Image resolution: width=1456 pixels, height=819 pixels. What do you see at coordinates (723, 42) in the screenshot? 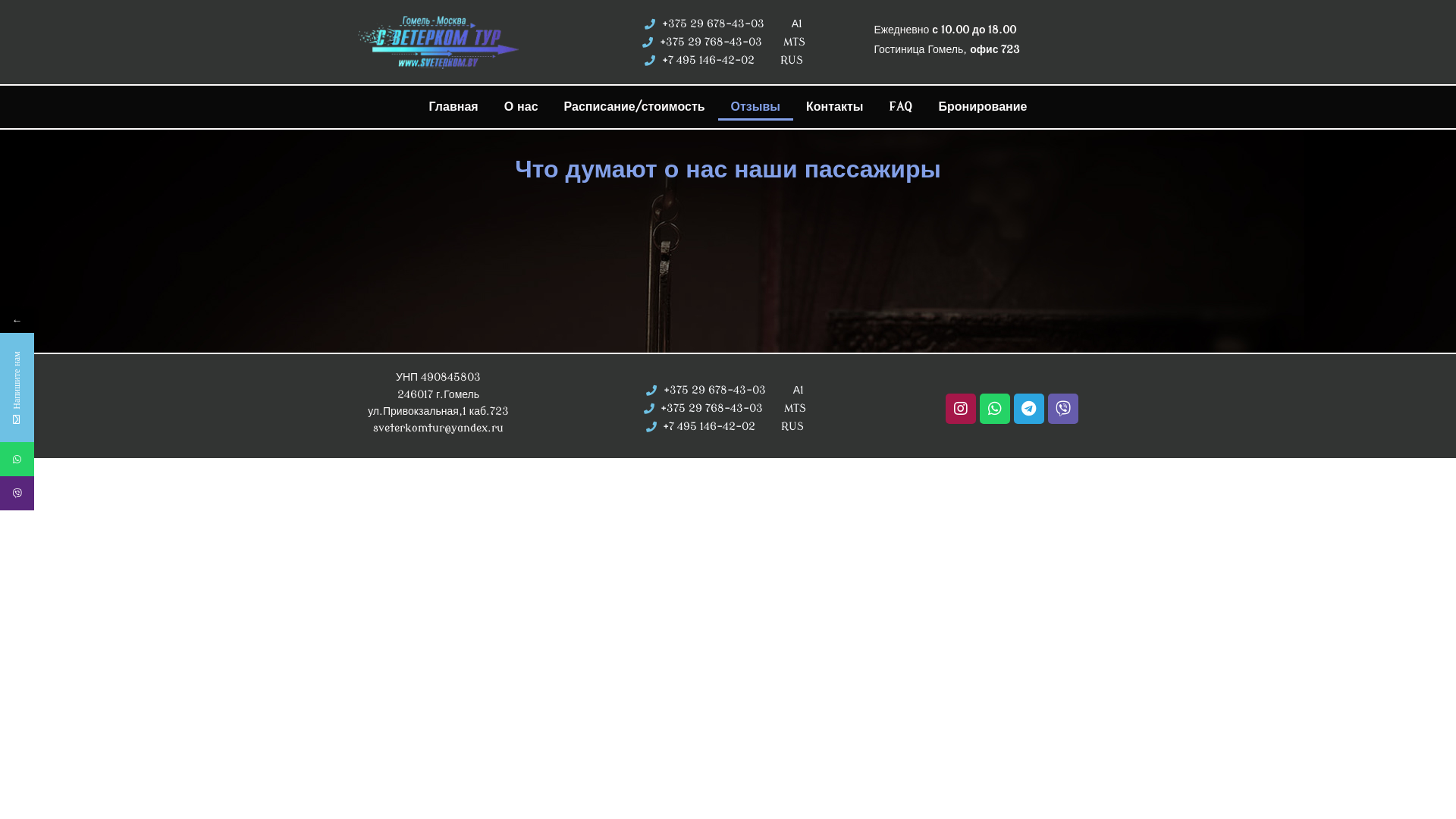
I see `'+375 29 768-43-03   MTS'` at bounding box center [723, 42].